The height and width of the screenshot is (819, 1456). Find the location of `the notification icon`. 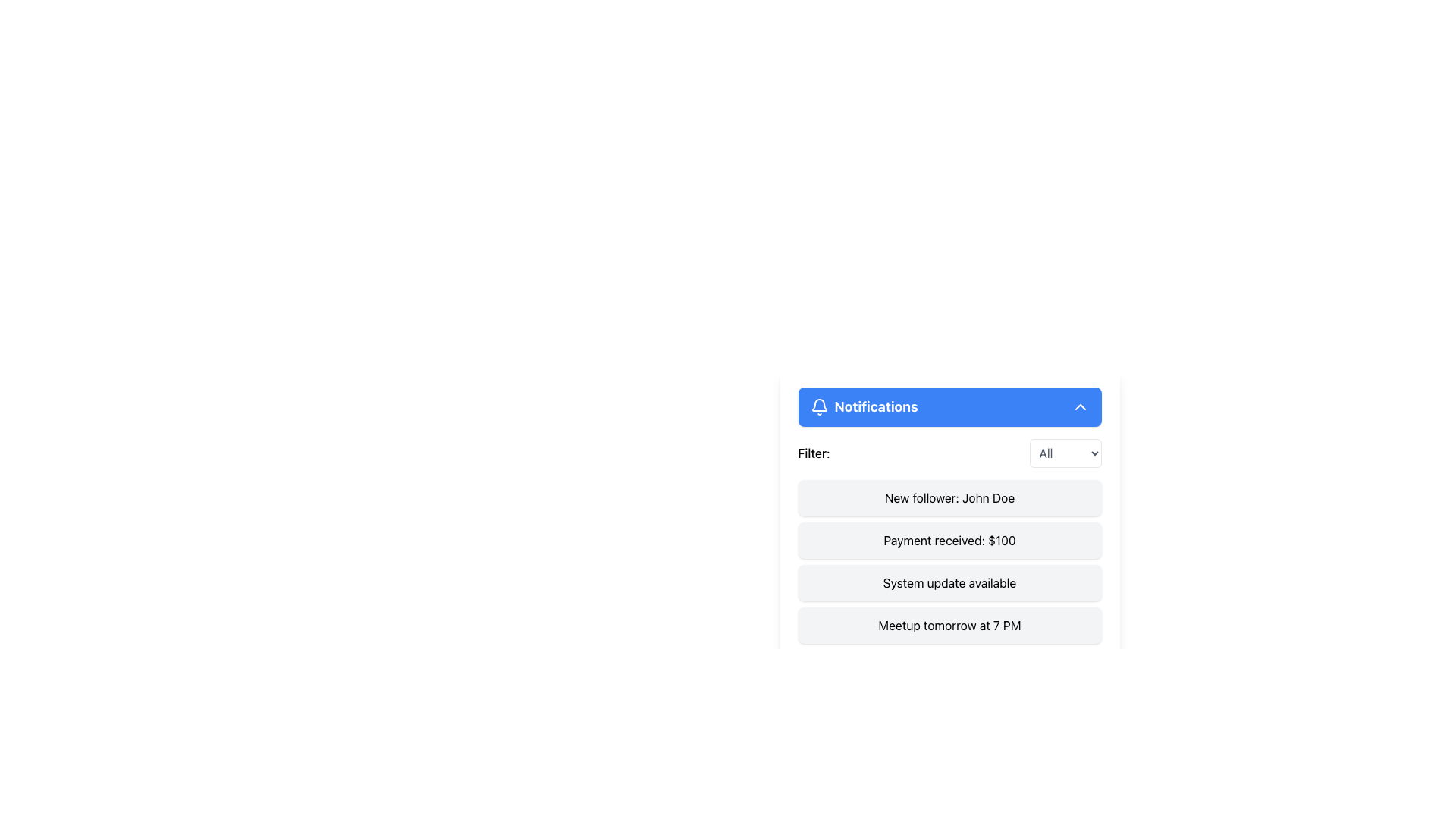

the notification icon is located at coordinates (818, 404).